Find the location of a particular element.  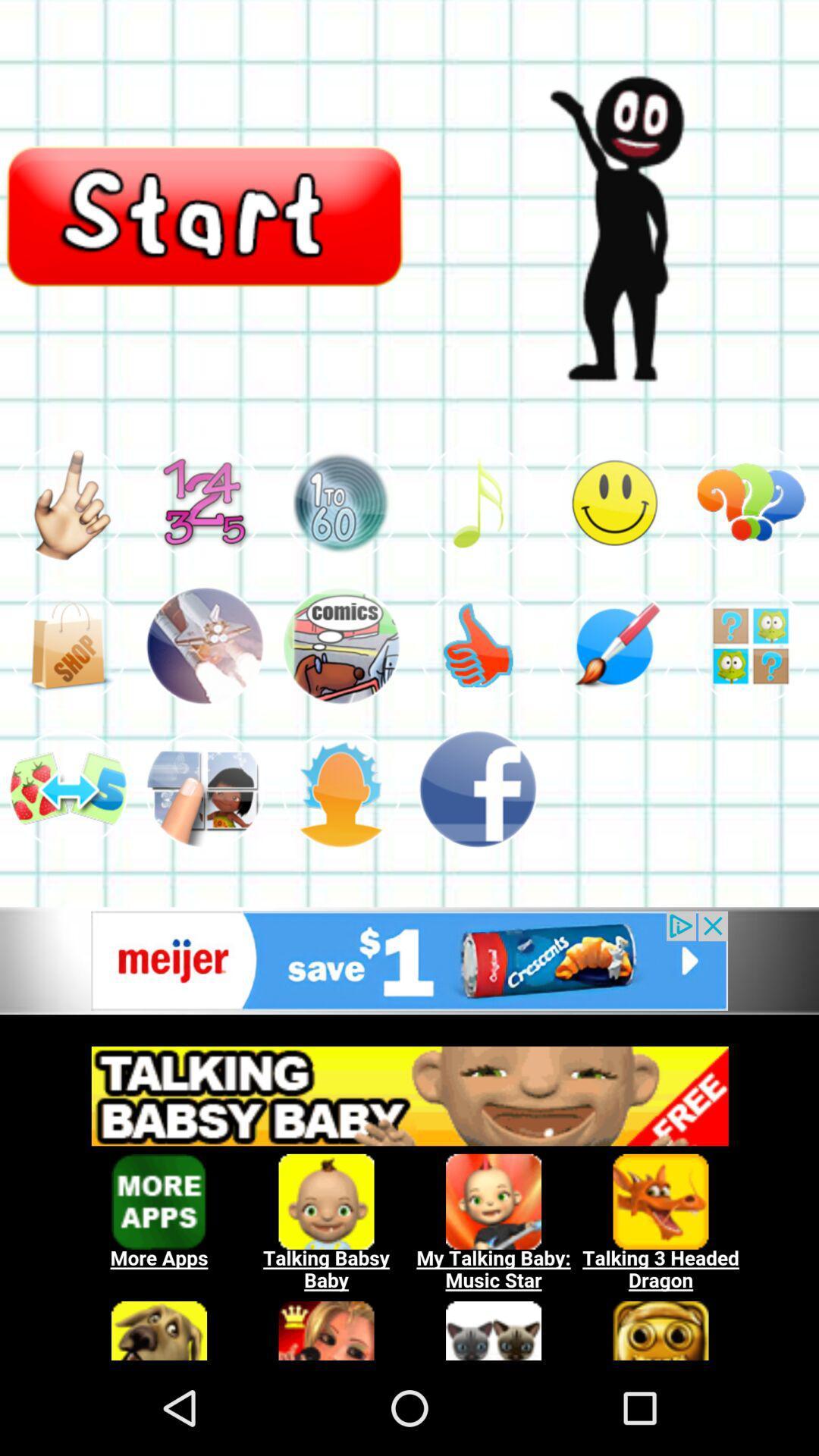

open advertisement is located at coordinates (409, 960).